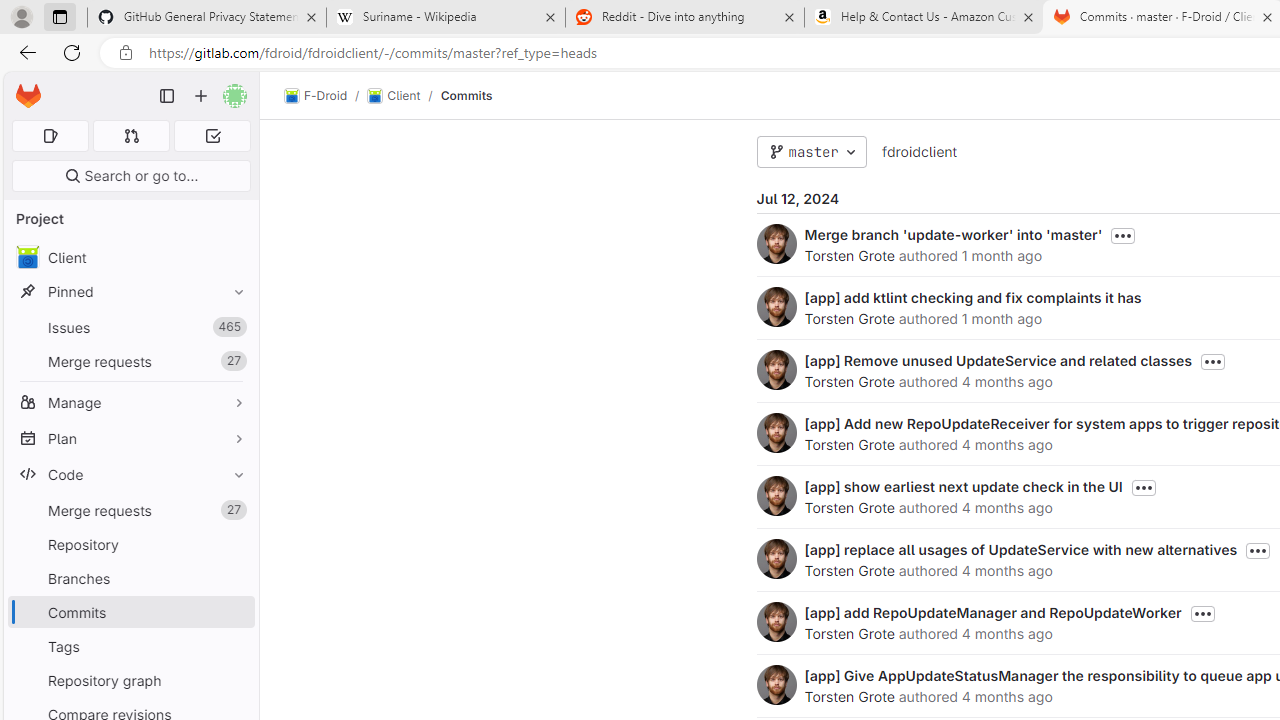  Describe the element at coordinates (130, 402) in the screenshot. I see `'Manage'` at that location.